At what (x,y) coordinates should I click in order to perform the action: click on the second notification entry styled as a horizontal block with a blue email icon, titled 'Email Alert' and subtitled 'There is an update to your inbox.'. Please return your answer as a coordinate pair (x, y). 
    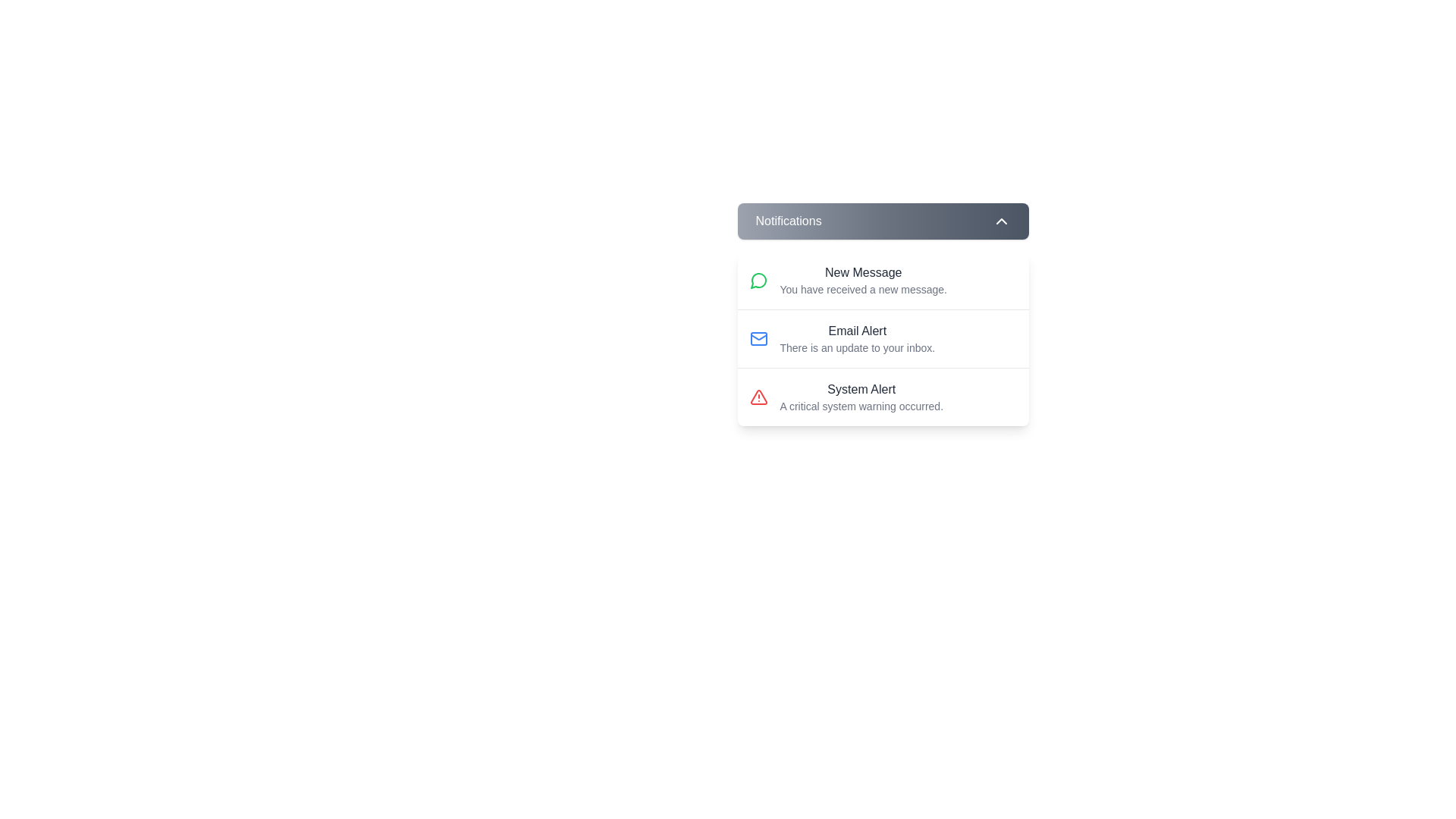
    Looking at the image, I should click on (883, 337).